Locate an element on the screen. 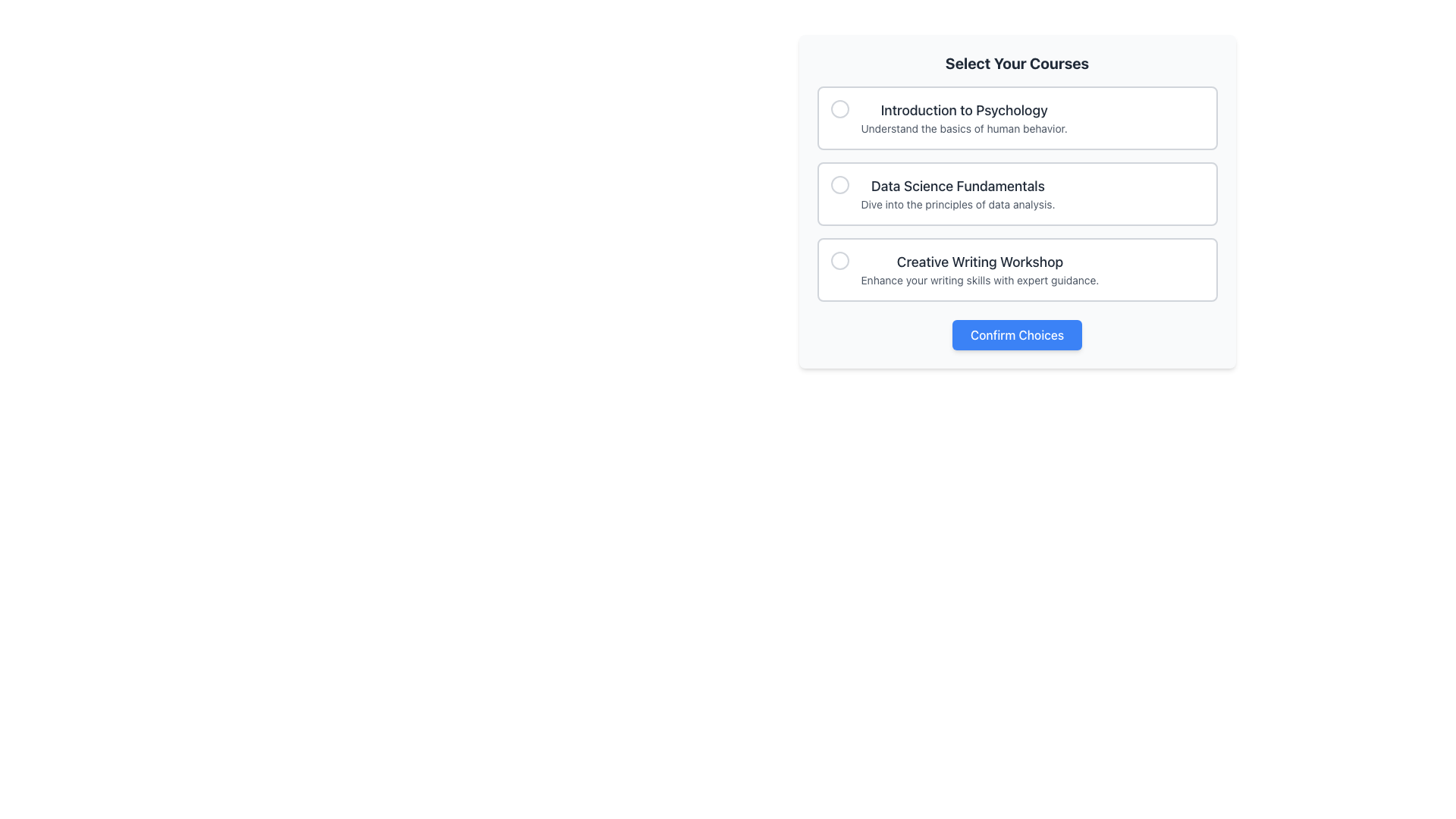 This screenshot has height=819, width=1456. the static text 'Understand the basics of human behavior.' which is styled in gray color and located directly below the heading 'Introduction to Psychology' is located at coordinates (963, 127).